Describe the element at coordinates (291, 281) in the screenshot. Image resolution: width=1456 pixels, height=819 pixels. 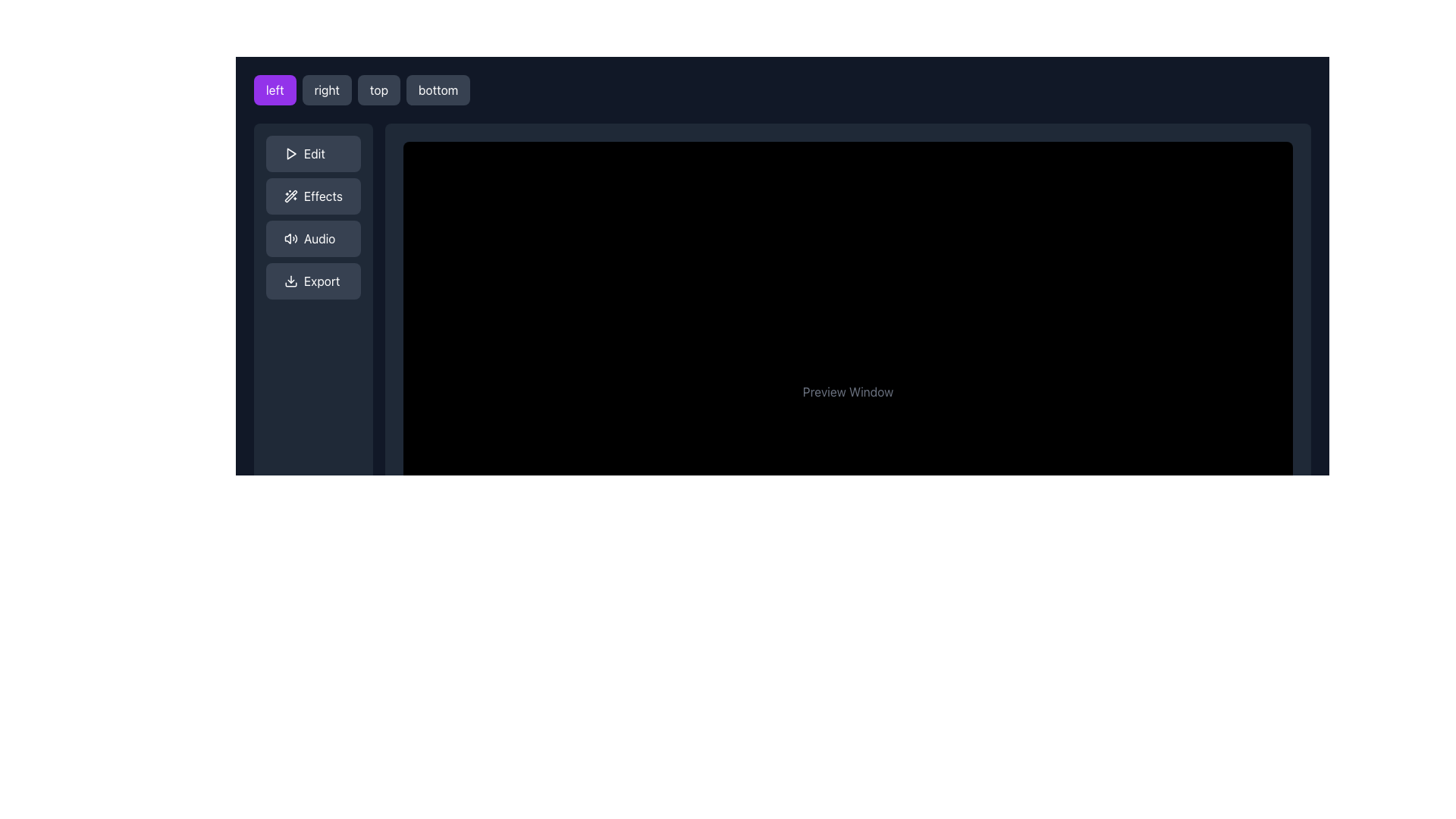
I see `the small download icon represented by a downward arrow pointing into a horizontal box, located to the left of the 'Export' button in the bottom portion of the left vertical control panel` at that location.